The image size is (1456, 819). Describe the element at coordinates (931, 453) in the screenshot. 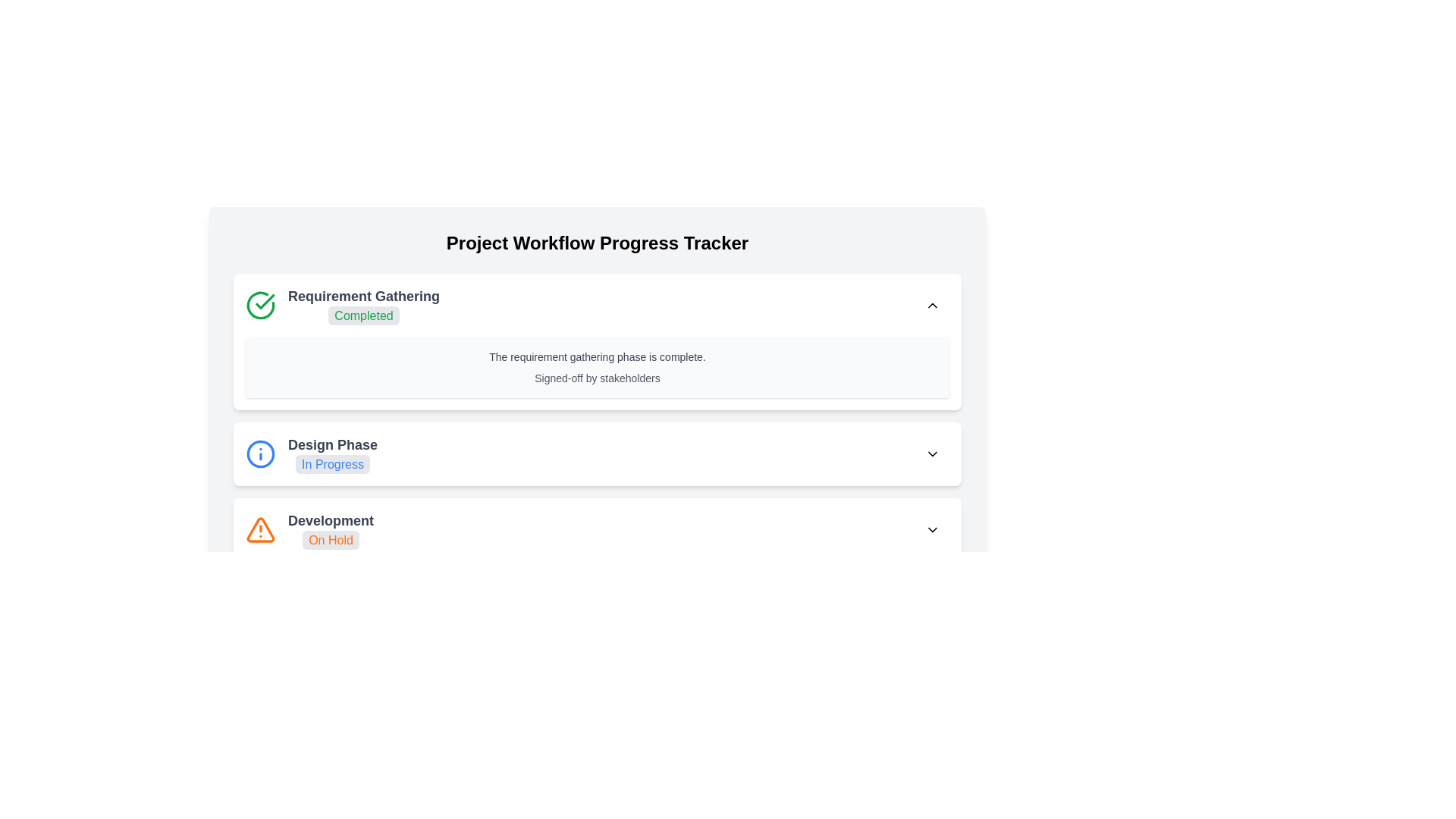

I see `the button located at the far right of the 'Design Phase' section in the Project Workflow Progress Tracker interface` at that location.